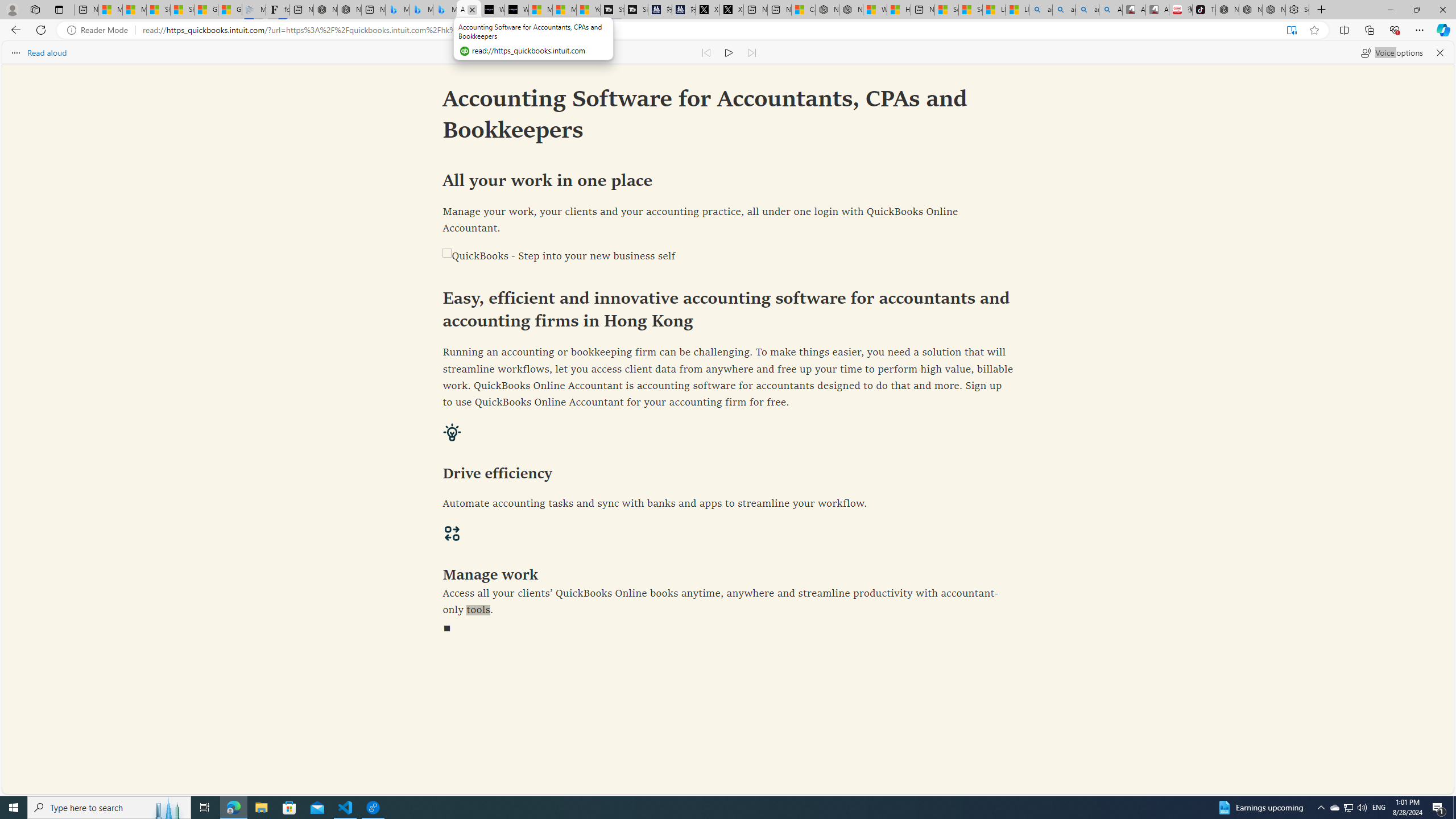 Image resolution: width=1456 pixels, height=819 pixels. I want to click on 'Voice options', so click(1391, 52).